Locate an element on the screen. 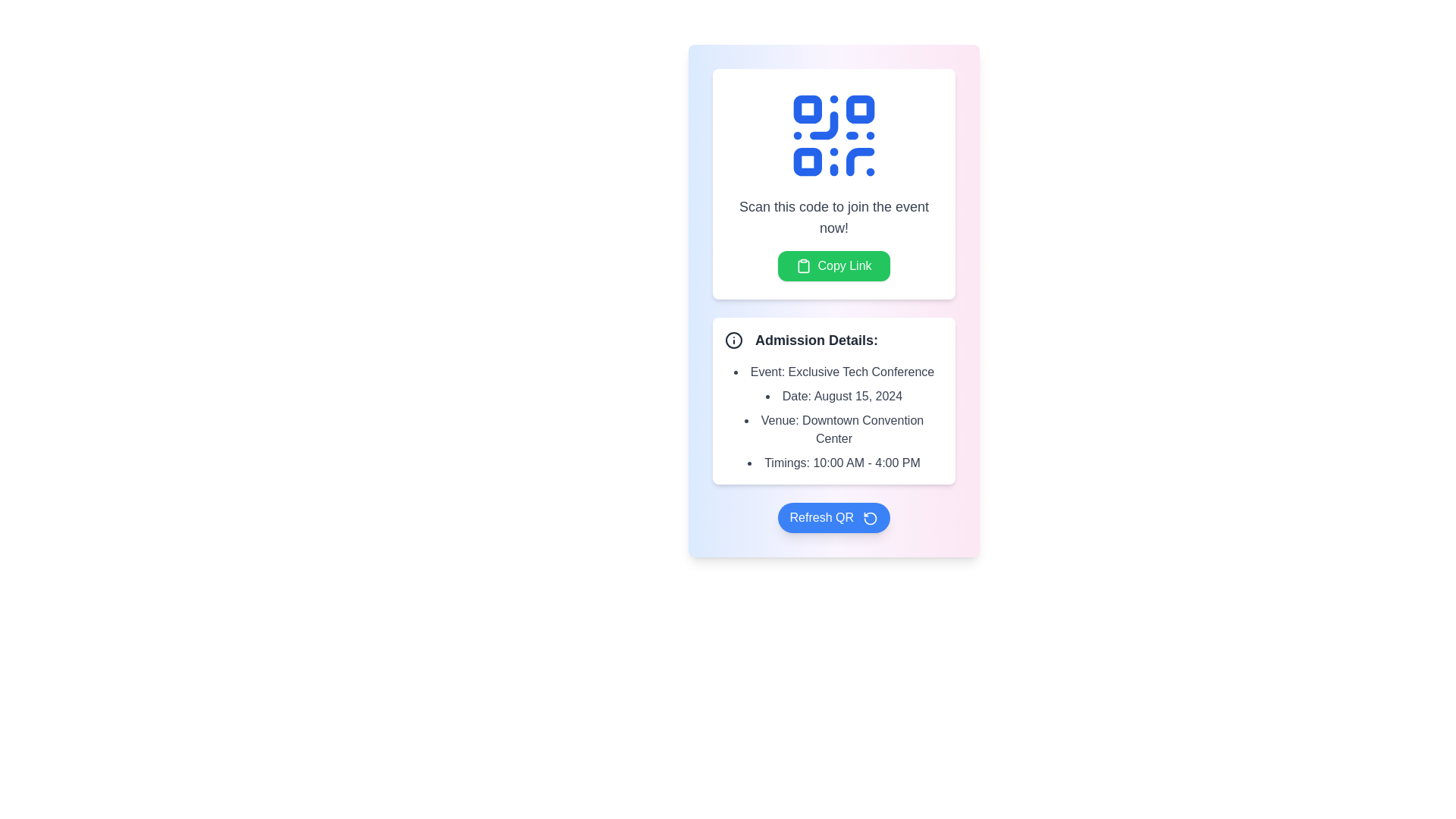 The image size is (1456, 819). the text element displaying 'Date: August 15, 2024', which is the second item in the bulleted list under 'Admission Details' is located at coordinates (833, 396).